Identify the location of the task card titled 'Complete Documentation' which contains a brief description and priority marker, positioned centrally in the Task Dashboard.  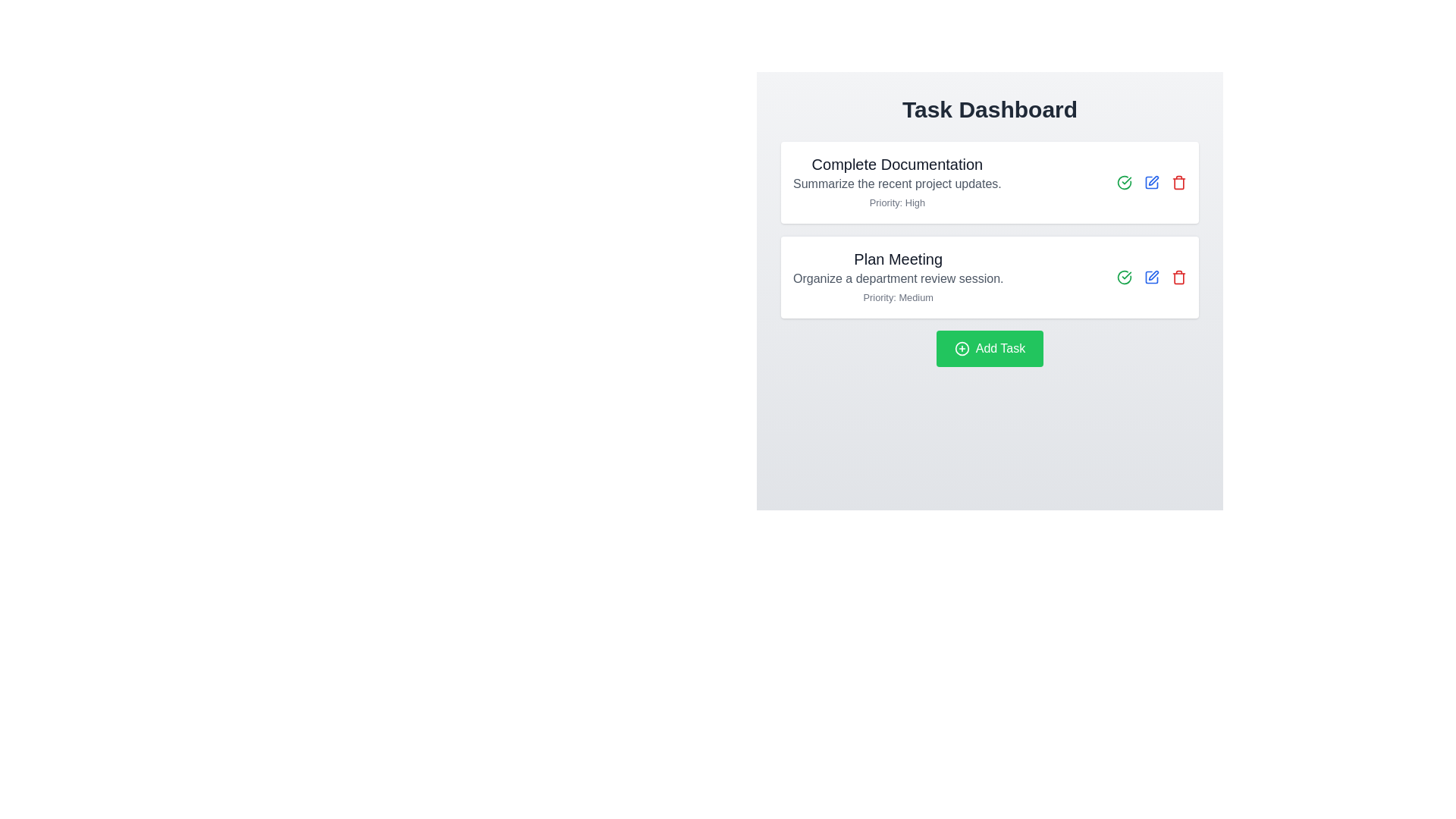
(990, 181).